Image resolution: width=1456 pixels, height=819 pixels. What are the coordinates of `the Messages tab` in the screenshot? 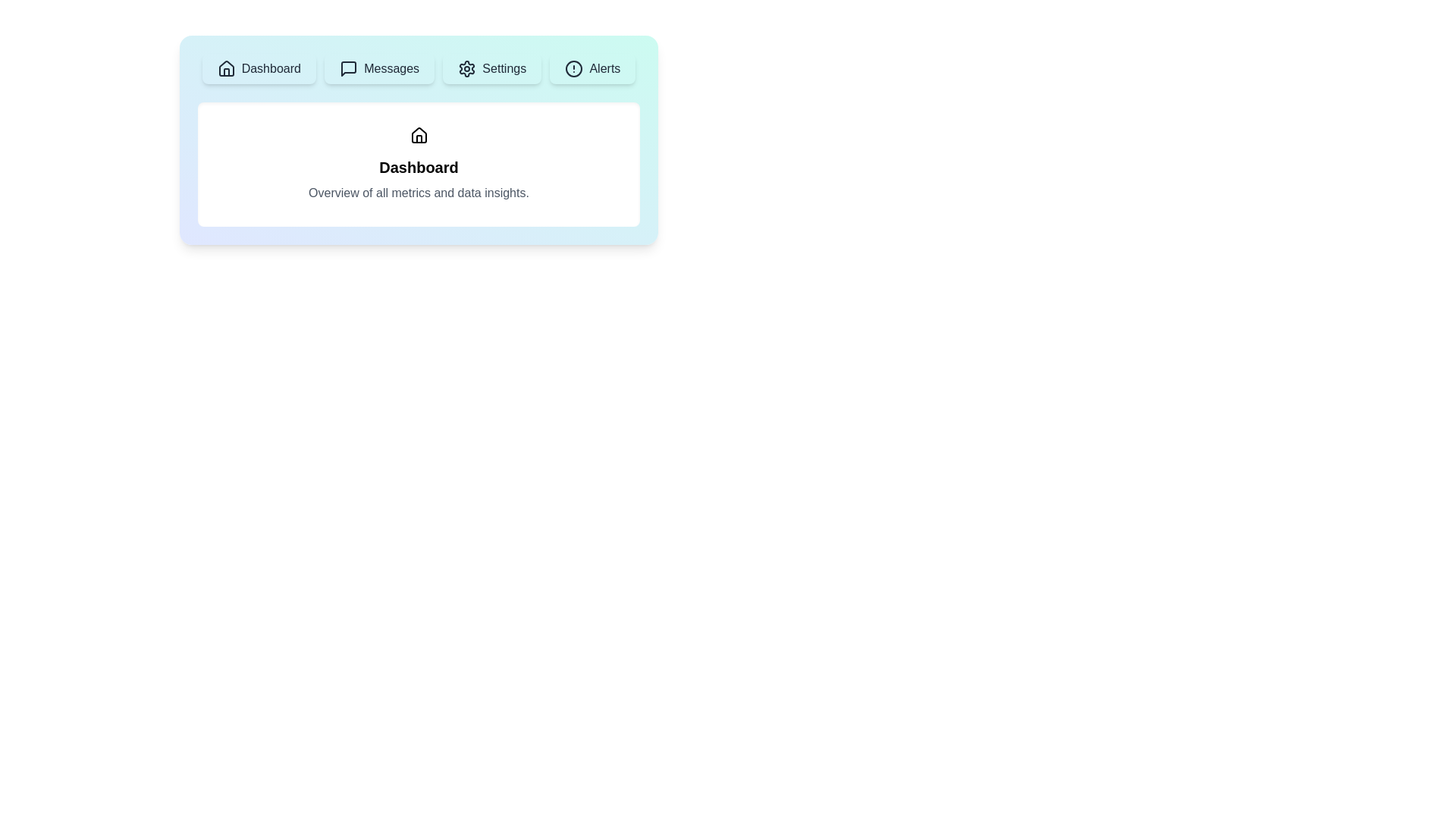 It's located at (379, 69).